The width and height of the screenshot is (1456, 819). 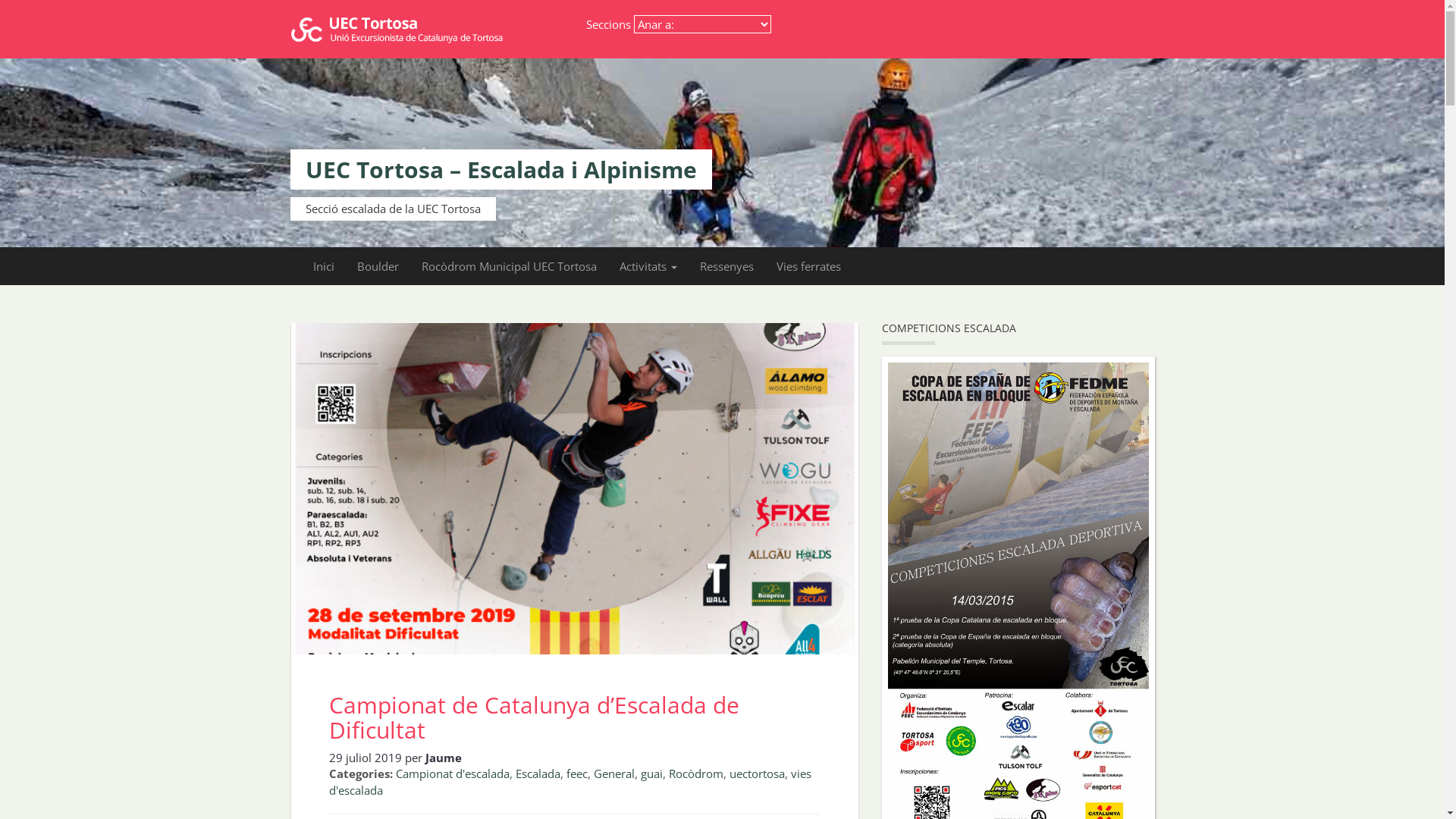 What do you see at coordinates (807, 265) in the screenshot?
I see `'Vies ferrates'` at bounding box center [807, 265].